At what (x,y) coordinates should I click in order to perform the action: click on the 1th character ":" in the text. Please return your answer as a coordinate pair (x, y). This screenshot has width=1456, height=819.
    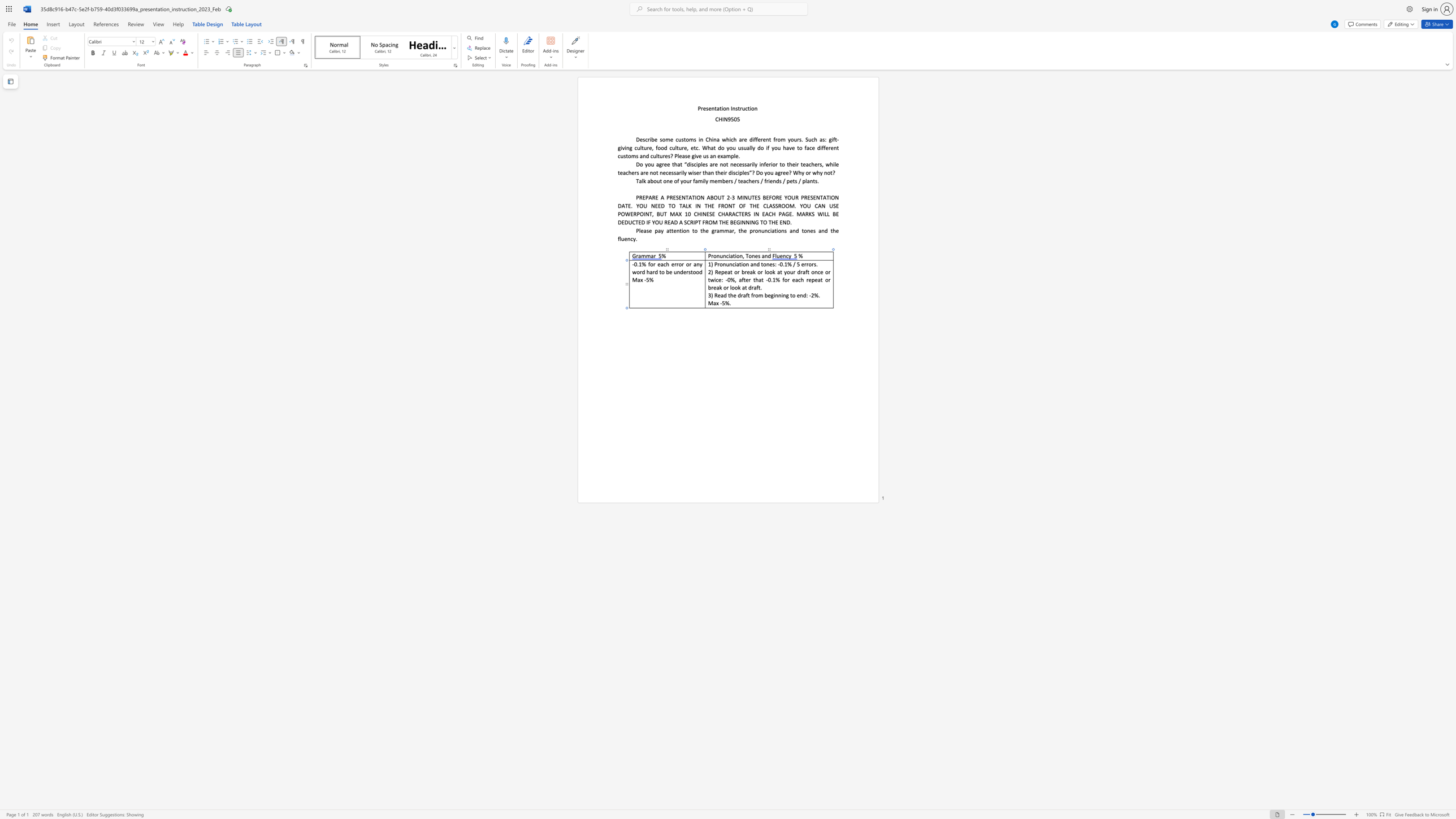
    Looking at the image, I should click on (807, 295).